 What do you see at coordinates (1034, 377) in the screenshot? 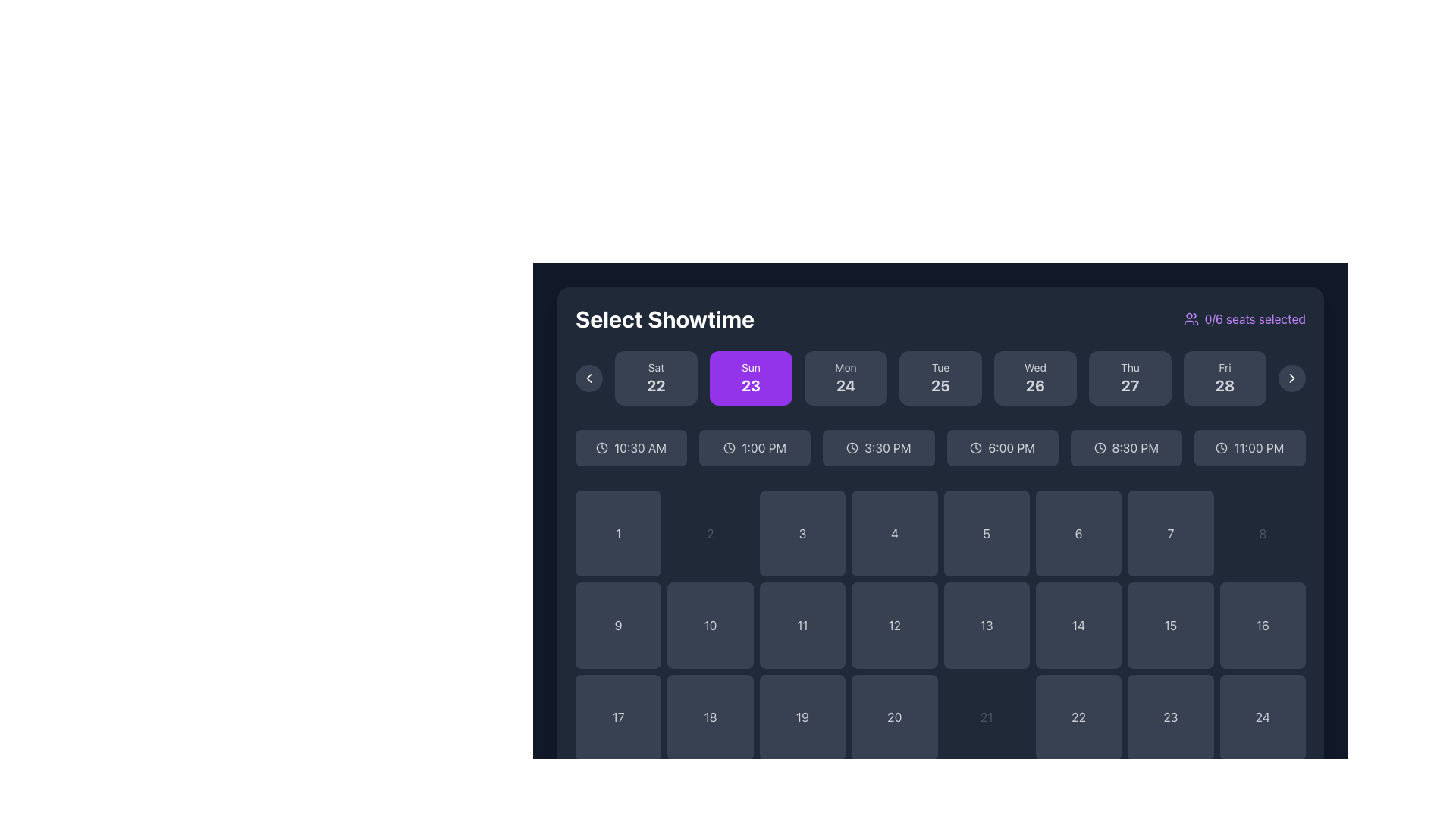
I see `the rectangular button labeled 'Wed 26'` at bounding box center [1034, 377].